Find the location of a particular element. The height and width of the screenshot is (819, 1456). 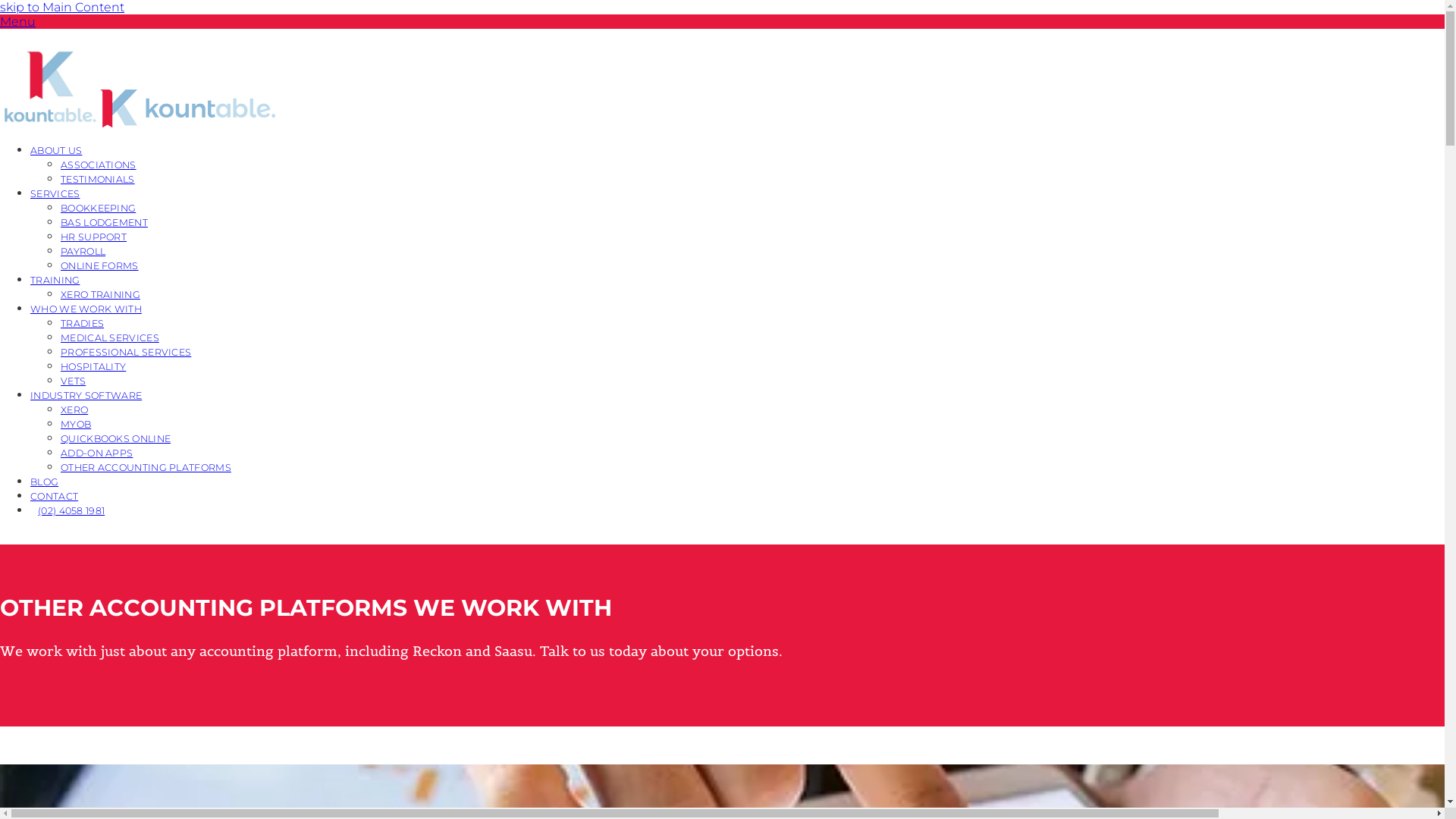

'VETS' is located at coordinates (72, 379).